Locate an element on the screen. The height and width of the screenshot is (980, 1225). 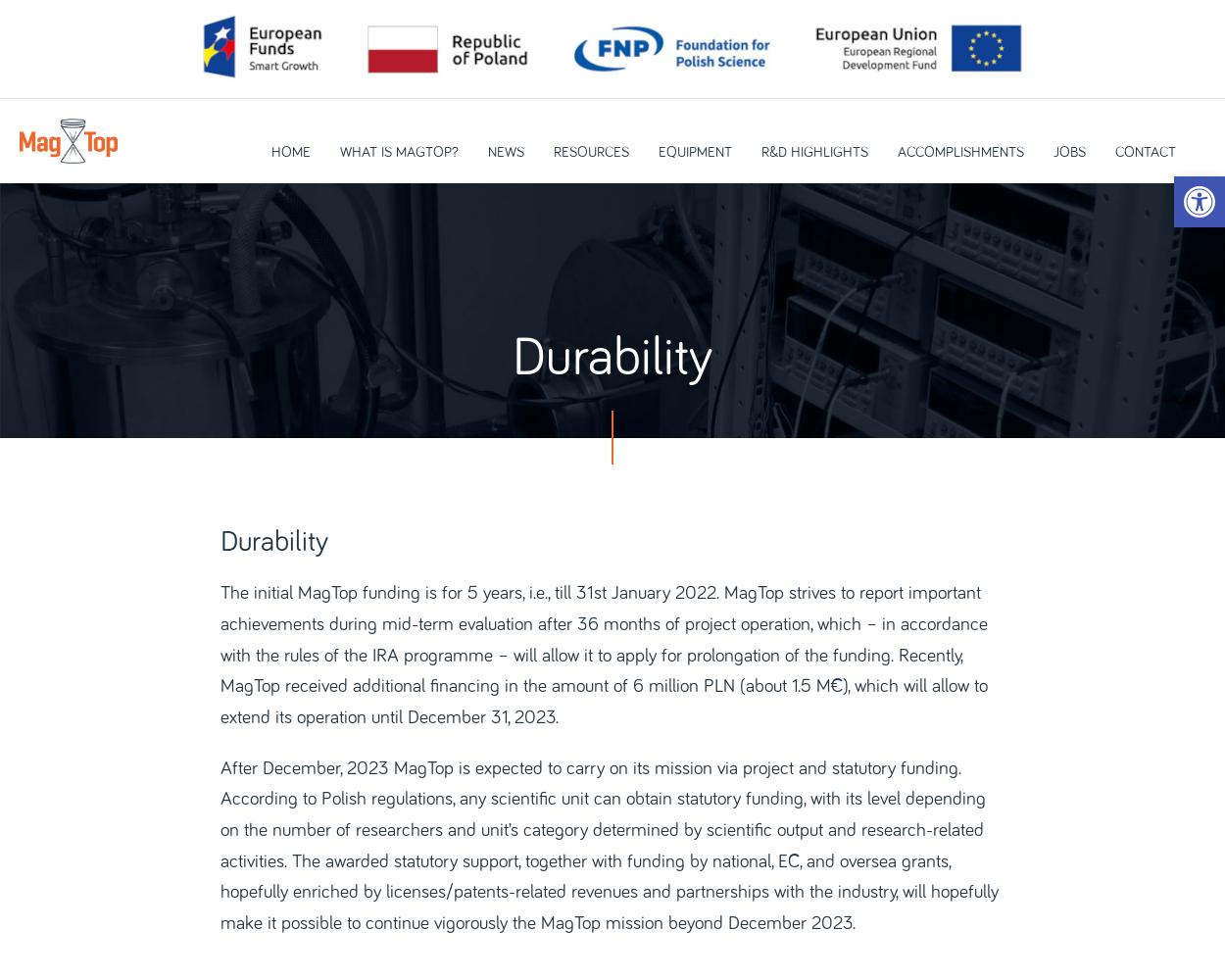
'Jobs' is located at coordinates (1067, 152).